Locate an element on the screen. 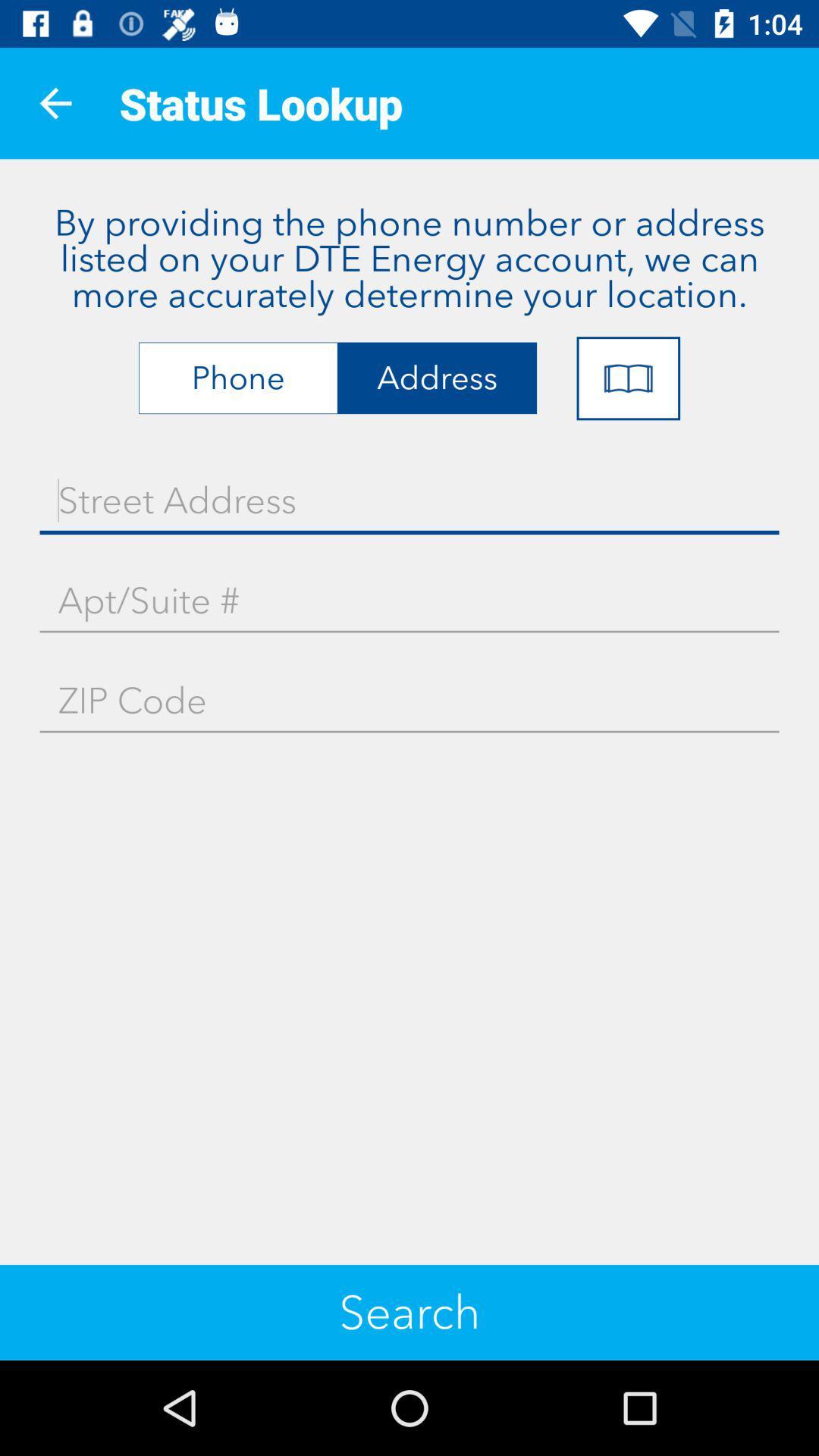 Image resolution: width=819 pixels, height=1456 pixels. the icon above the by providing the is located at coordinates (55, 102).